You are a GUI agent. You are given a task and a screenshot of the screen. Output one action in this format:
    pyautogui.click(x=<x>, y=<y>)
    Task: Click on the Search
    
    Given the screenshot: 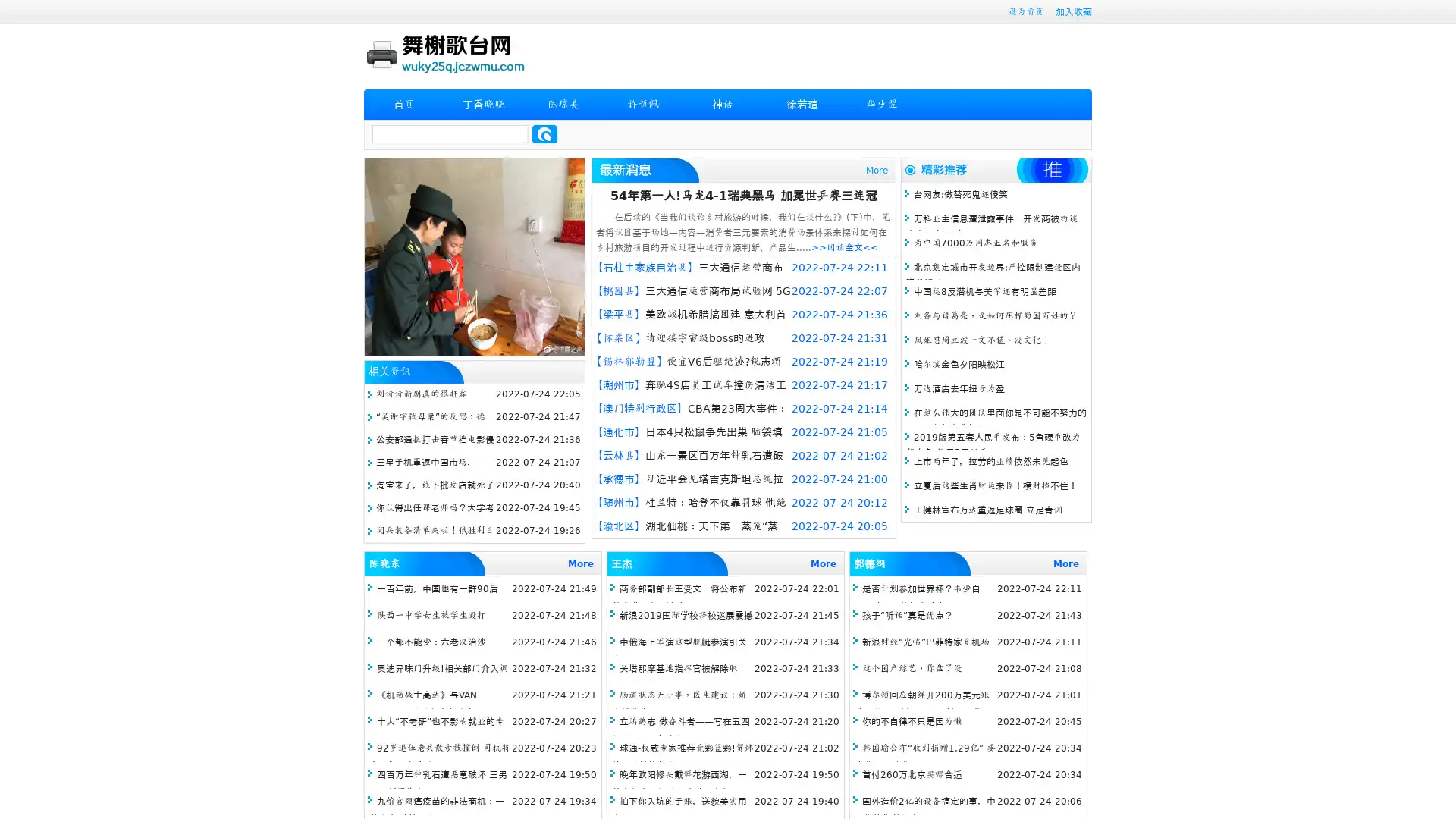 What is the action you would take?
    pyautogui.click(x=544, y=133)
    